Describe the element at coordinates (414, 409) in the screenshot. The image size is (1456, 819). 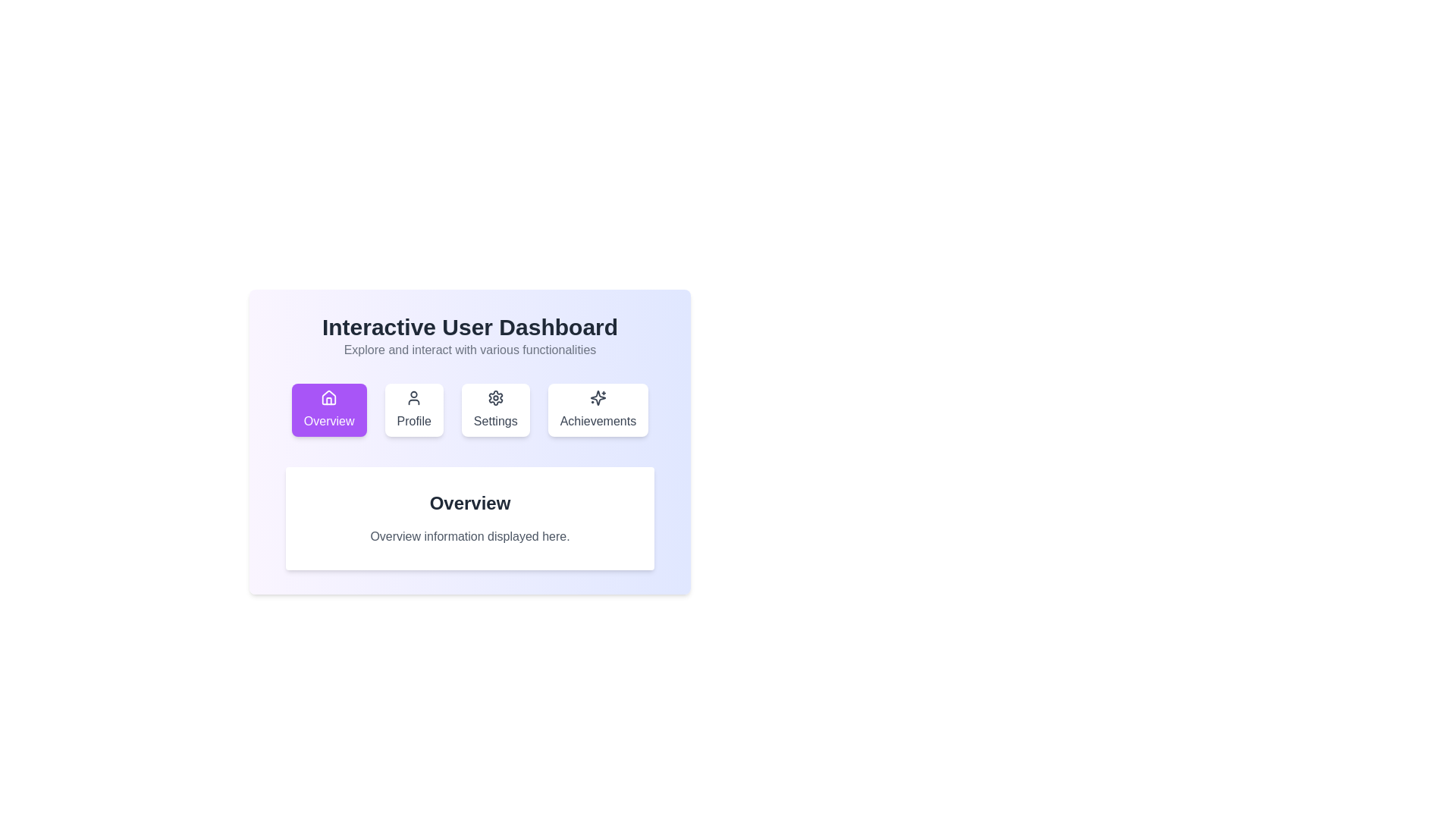
I see `the second button in a group of four buttons` at that location.